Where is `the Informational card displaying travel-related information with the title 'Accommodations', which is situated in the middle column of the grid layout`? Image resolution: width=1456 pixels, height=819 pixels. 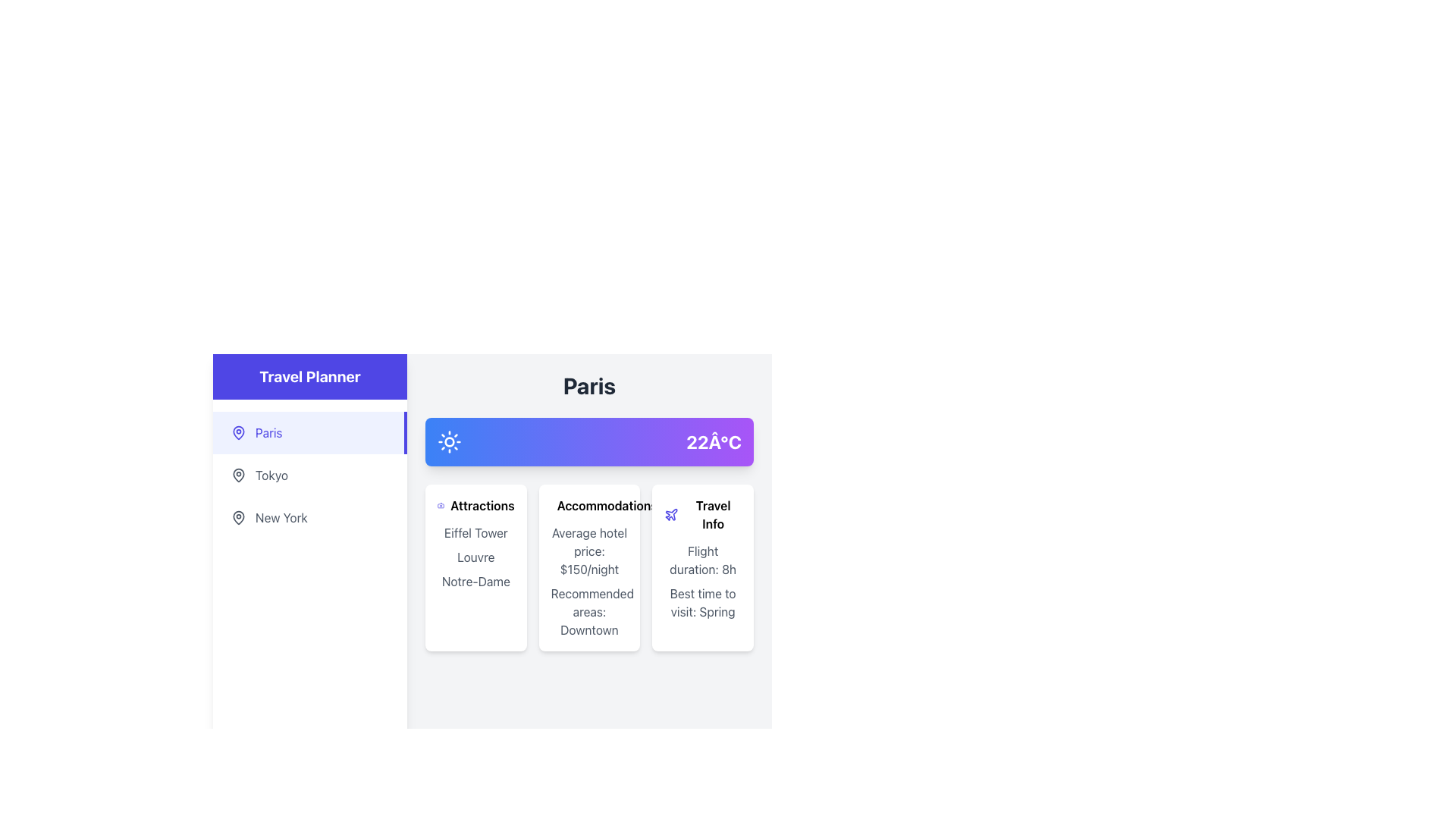 the Informational card displaying travel-related information with the title 'Accommodations', which is situated in the middle column of the grid layout is located at coordinates (588, 567).